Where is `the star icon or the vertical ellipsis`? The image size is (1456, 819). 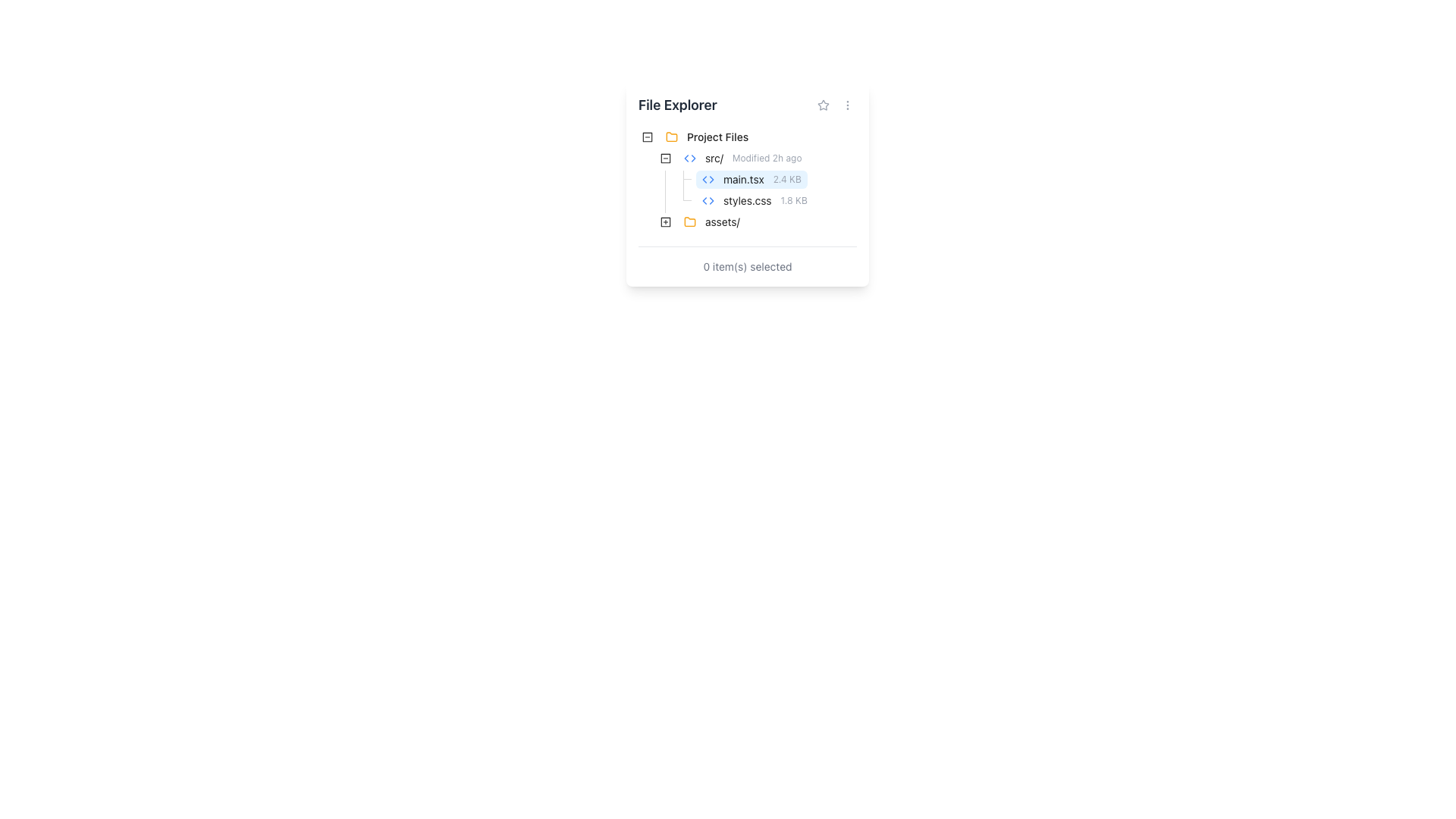
the star icon or the vertical ellipsis is located at coordinates (835, 104).